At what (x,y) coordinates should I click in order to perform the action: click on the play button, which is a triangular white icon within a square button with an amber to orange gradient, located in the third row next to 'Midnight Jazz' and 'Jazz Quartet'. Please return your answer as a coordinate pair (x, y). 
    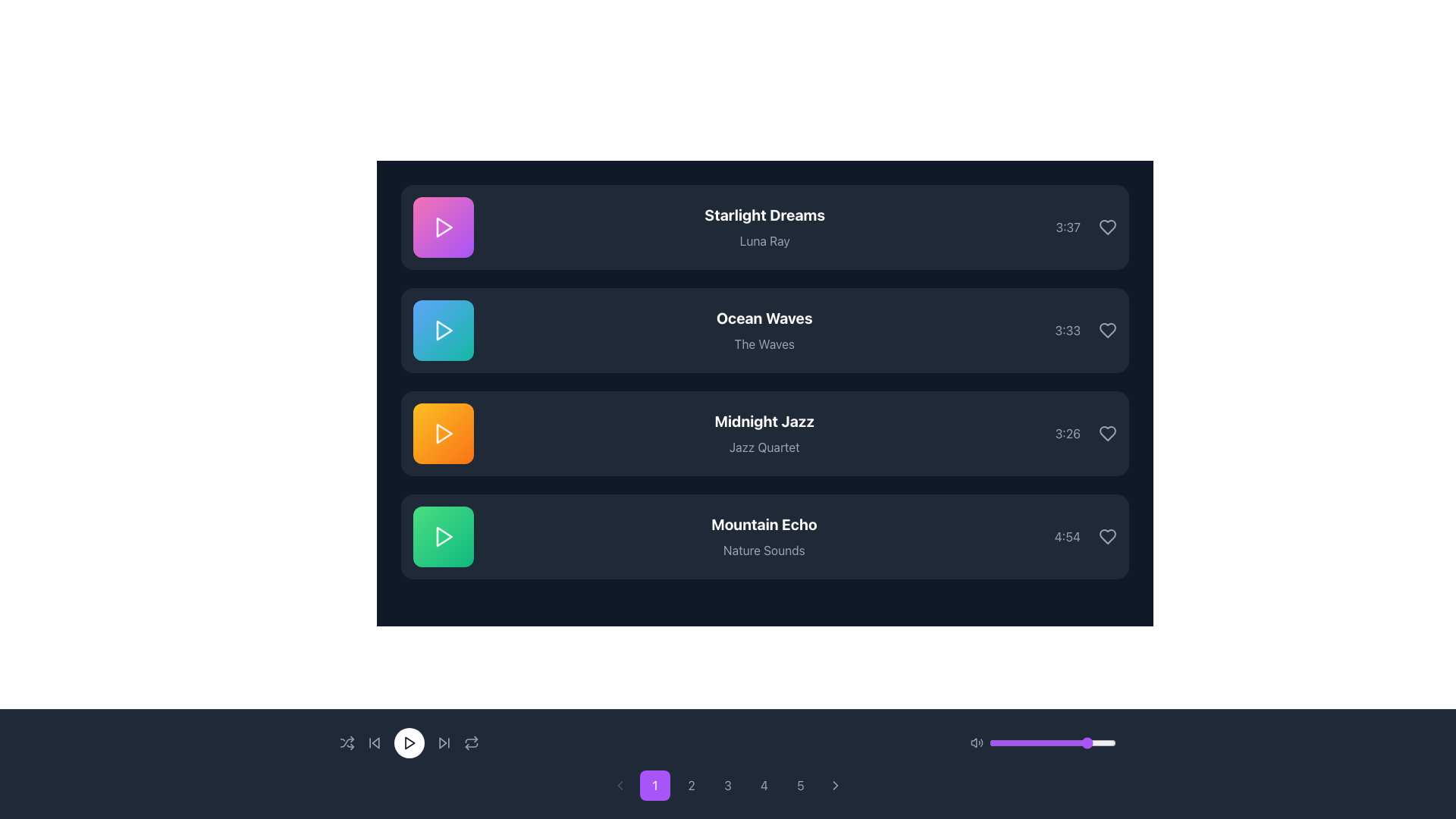
    Looking at the image, I should click on (443, 433).